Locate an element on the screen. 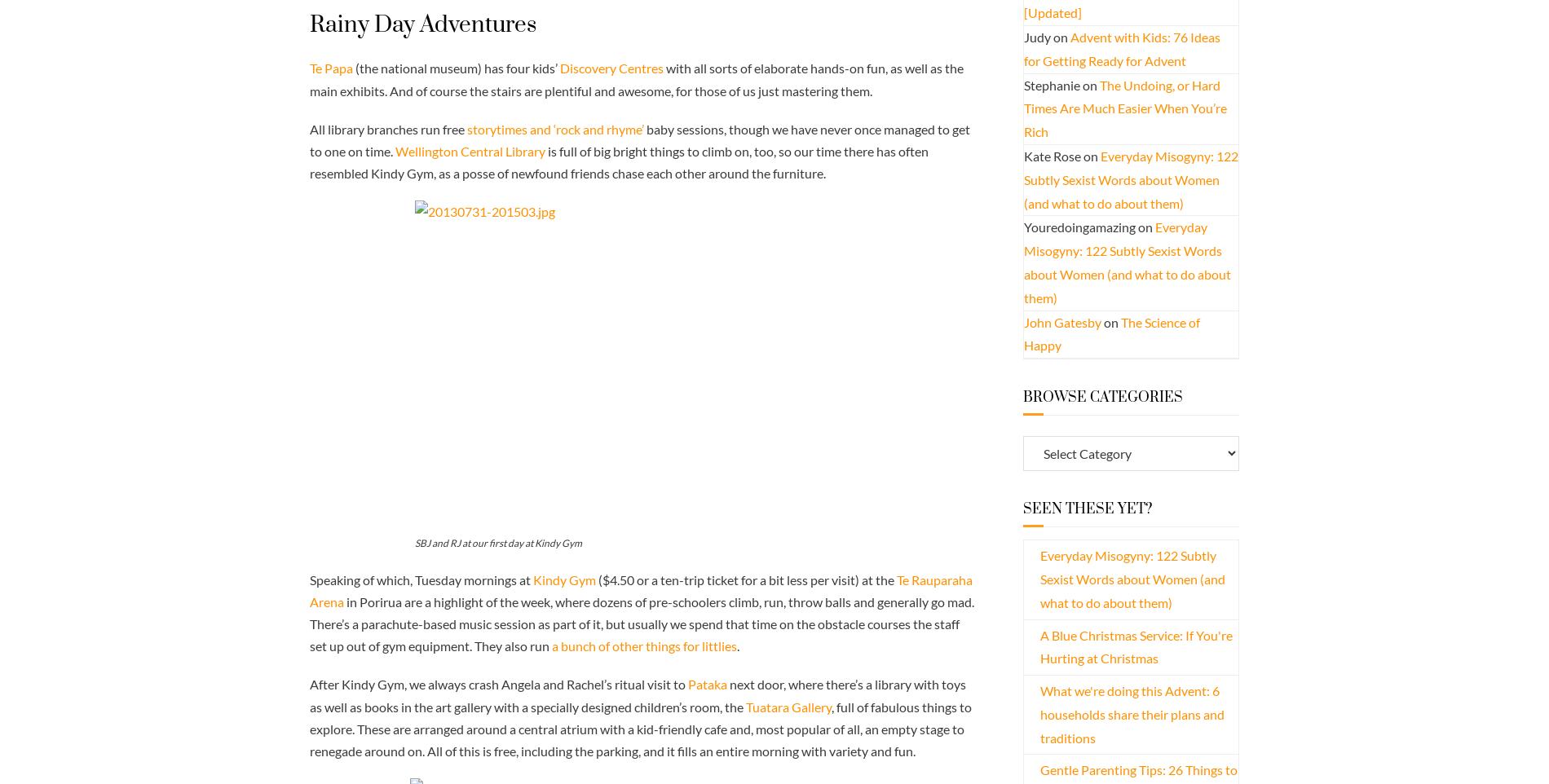  'Browse Categories' is located at coordinates (1101, 397).